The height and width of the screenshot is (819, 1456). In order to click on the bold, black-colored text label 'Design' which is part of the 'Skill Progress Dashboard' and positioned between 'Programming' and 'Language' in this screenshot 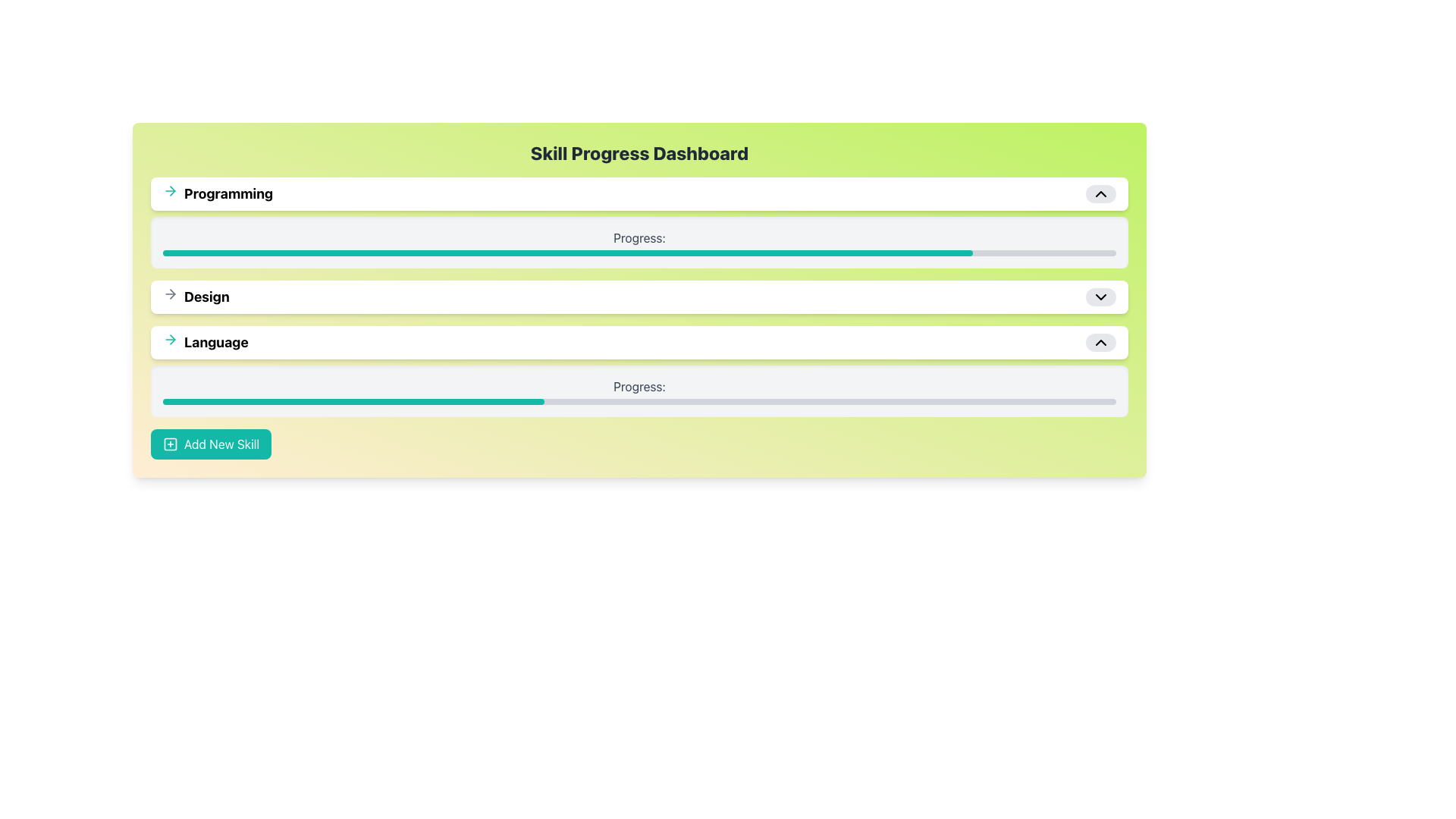, I will do `click(206, 297)`.